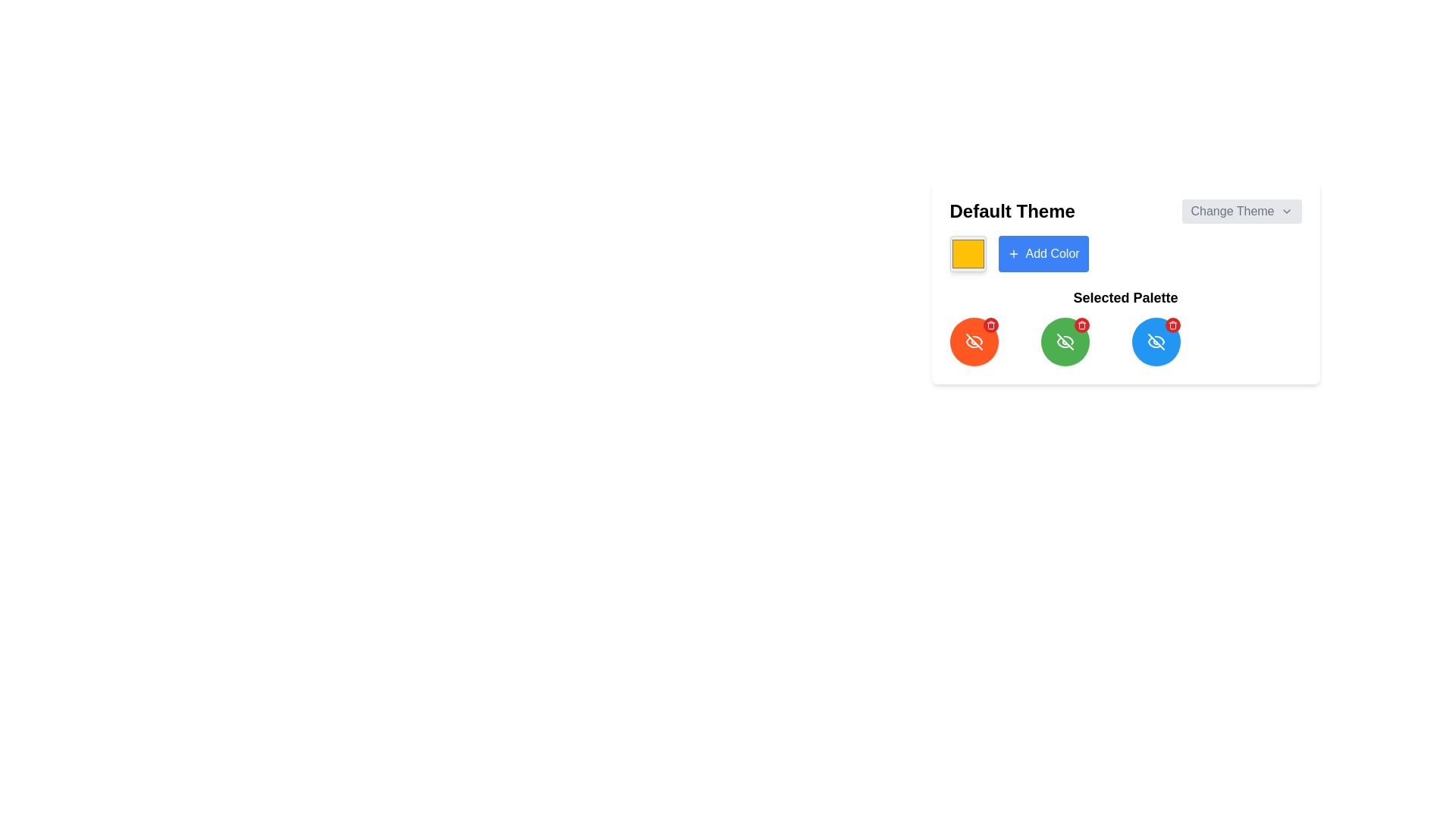  What do you see at coordinates (990, 324) in the screenshot?
I see `the small red circular button with a white trash icon located at the top-right corner of the orange circular background in the 'Selected Palette' section` at bounding box center [990, 324].